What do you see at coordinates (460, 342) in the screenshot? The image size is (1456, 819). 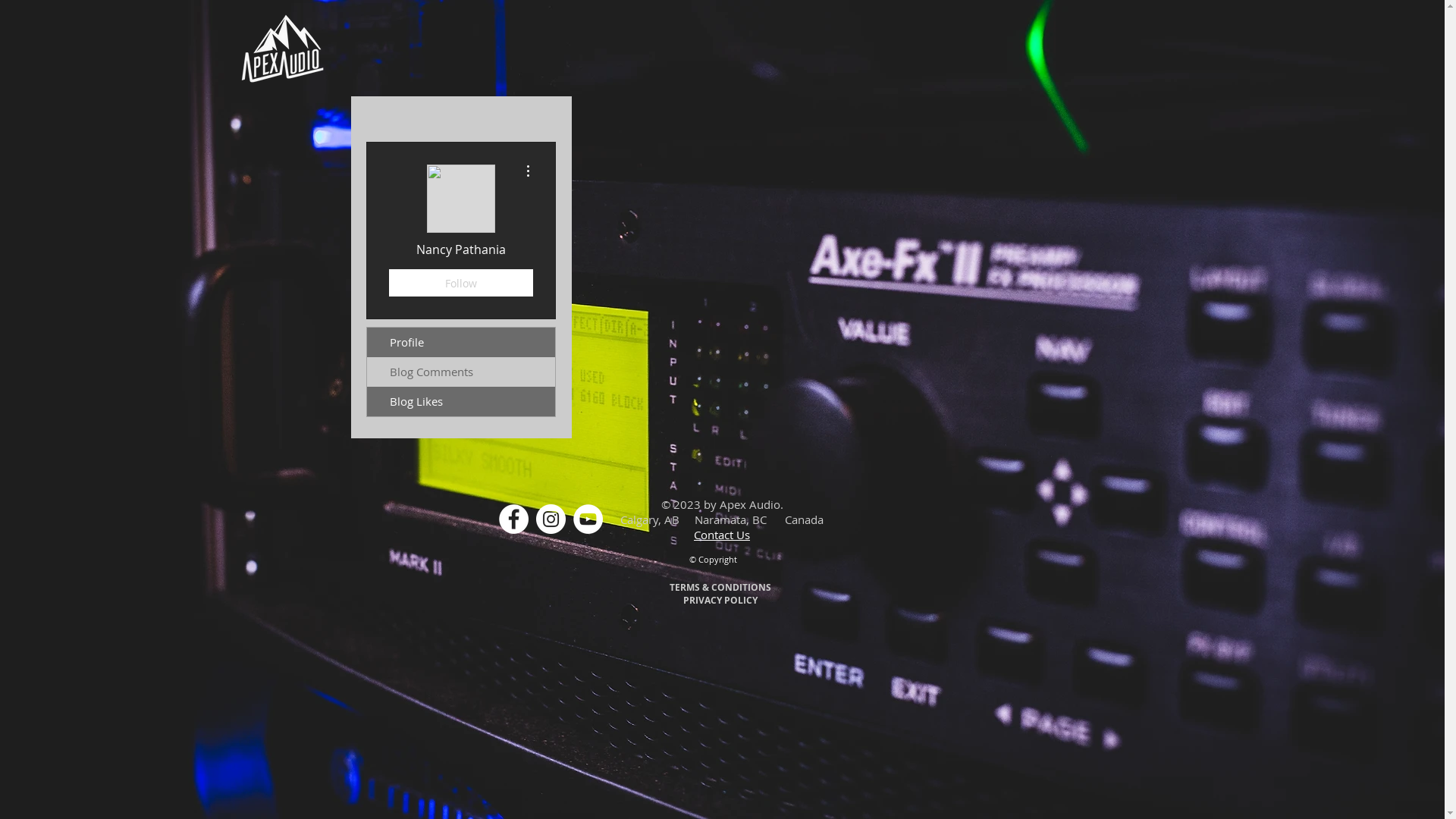 I see `'Profile'` at bounding box center [460, 342].